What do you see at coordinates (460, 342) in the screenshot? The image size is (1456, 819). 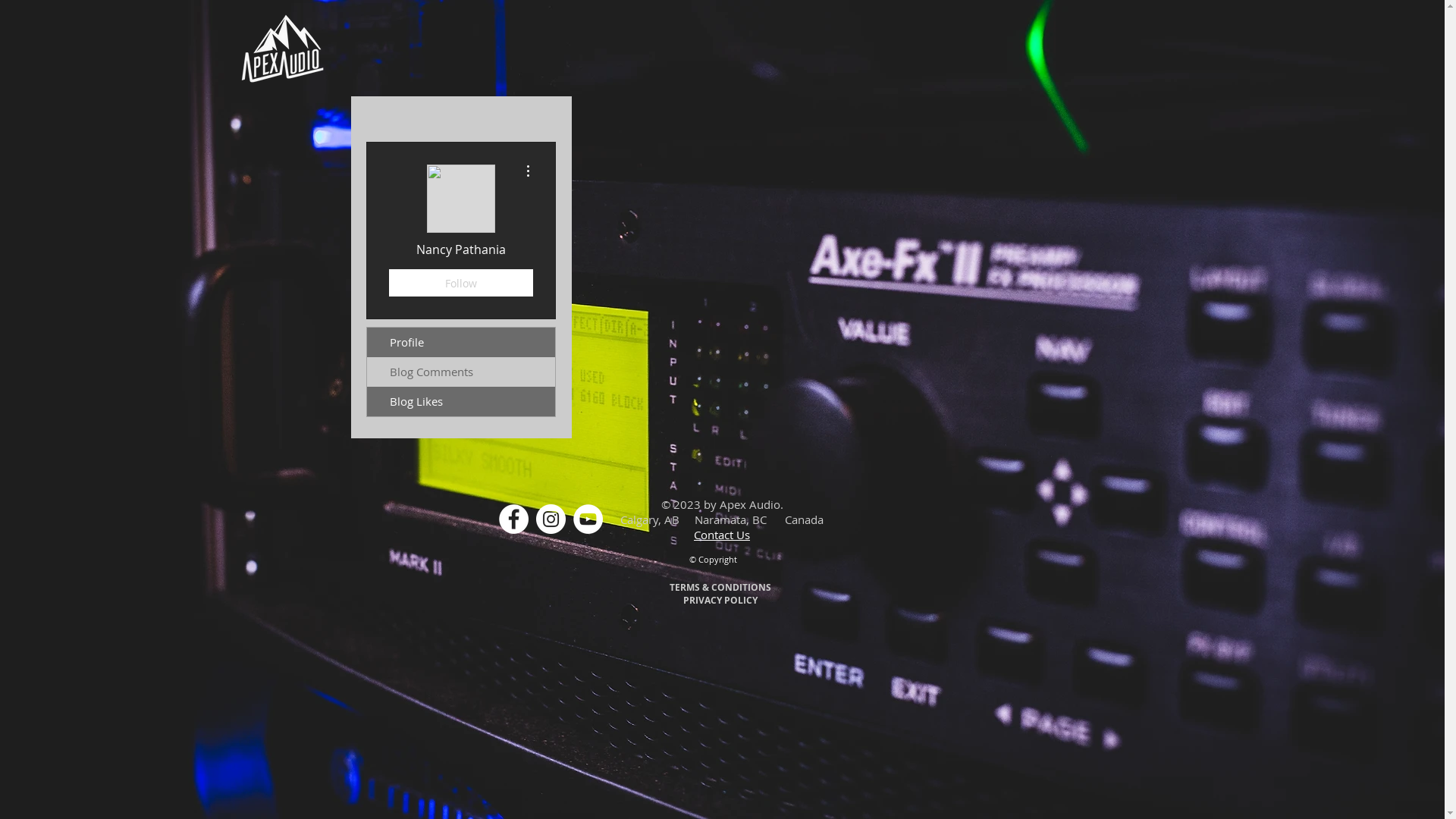 I see `'Profile'` at bounding box center [460, 342].